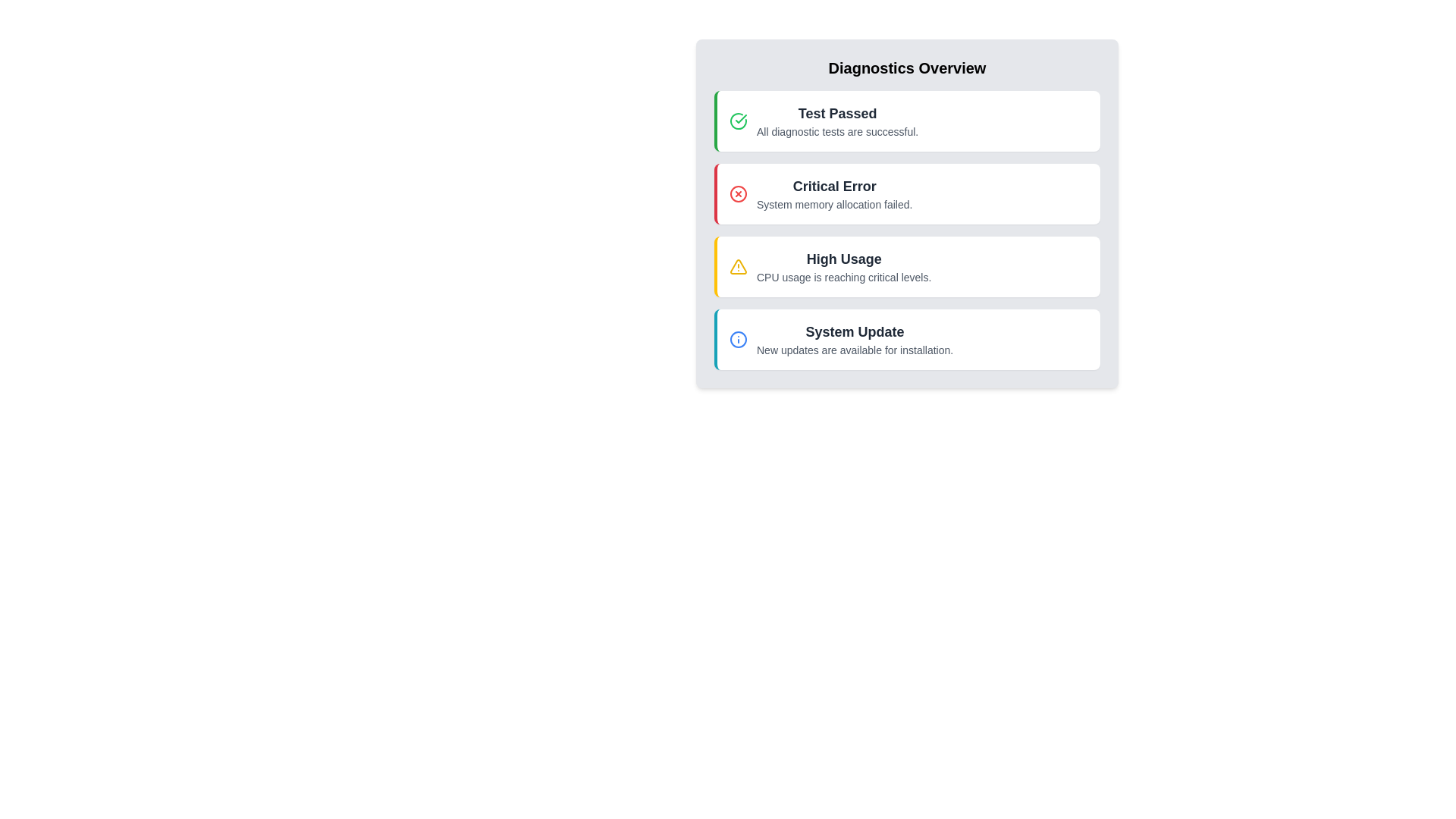  I want to click on the text label displaying 'Critical Error', so click(833, 186).